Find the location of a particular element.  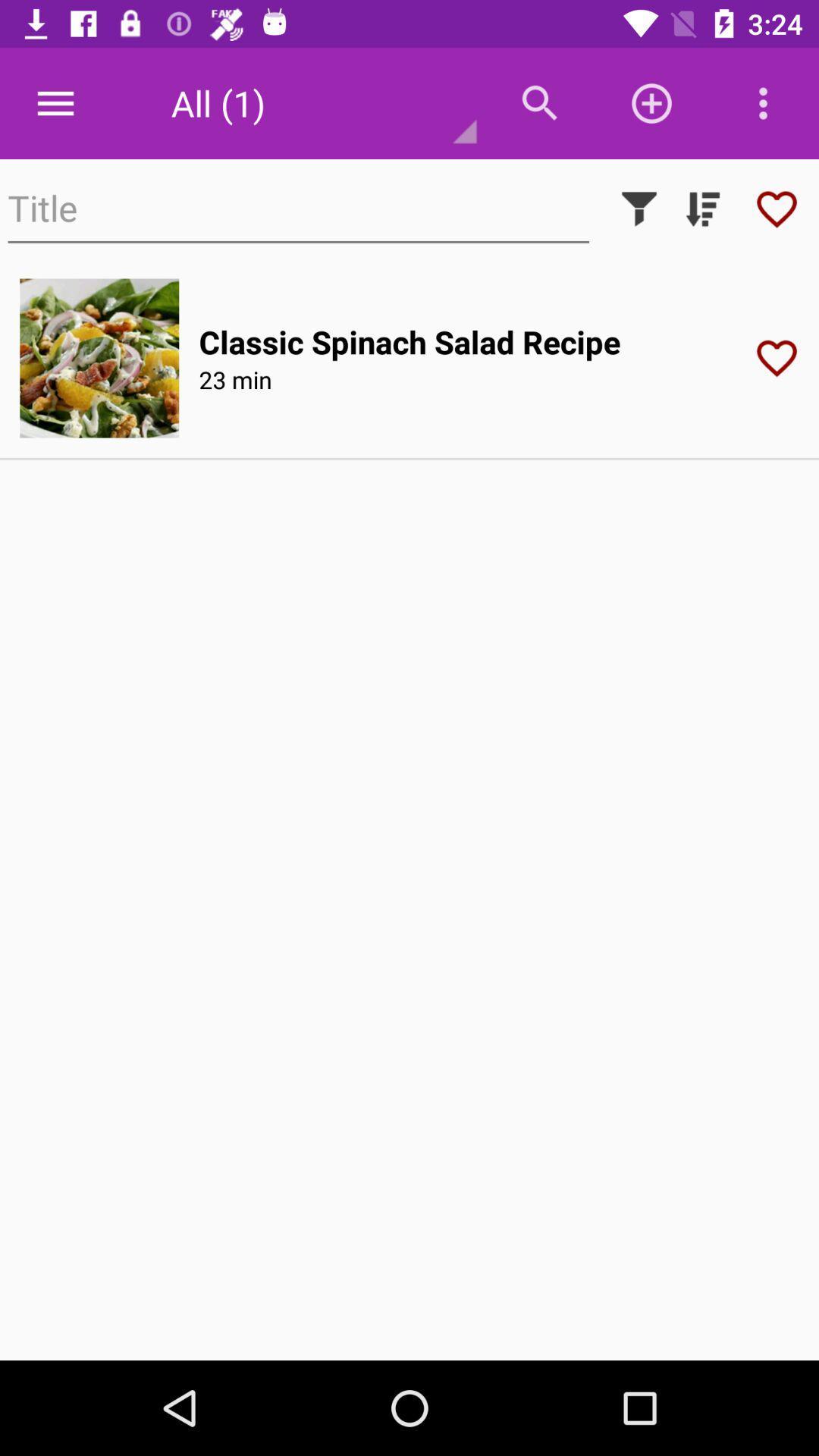

open image is located at coordinates (99, 357).